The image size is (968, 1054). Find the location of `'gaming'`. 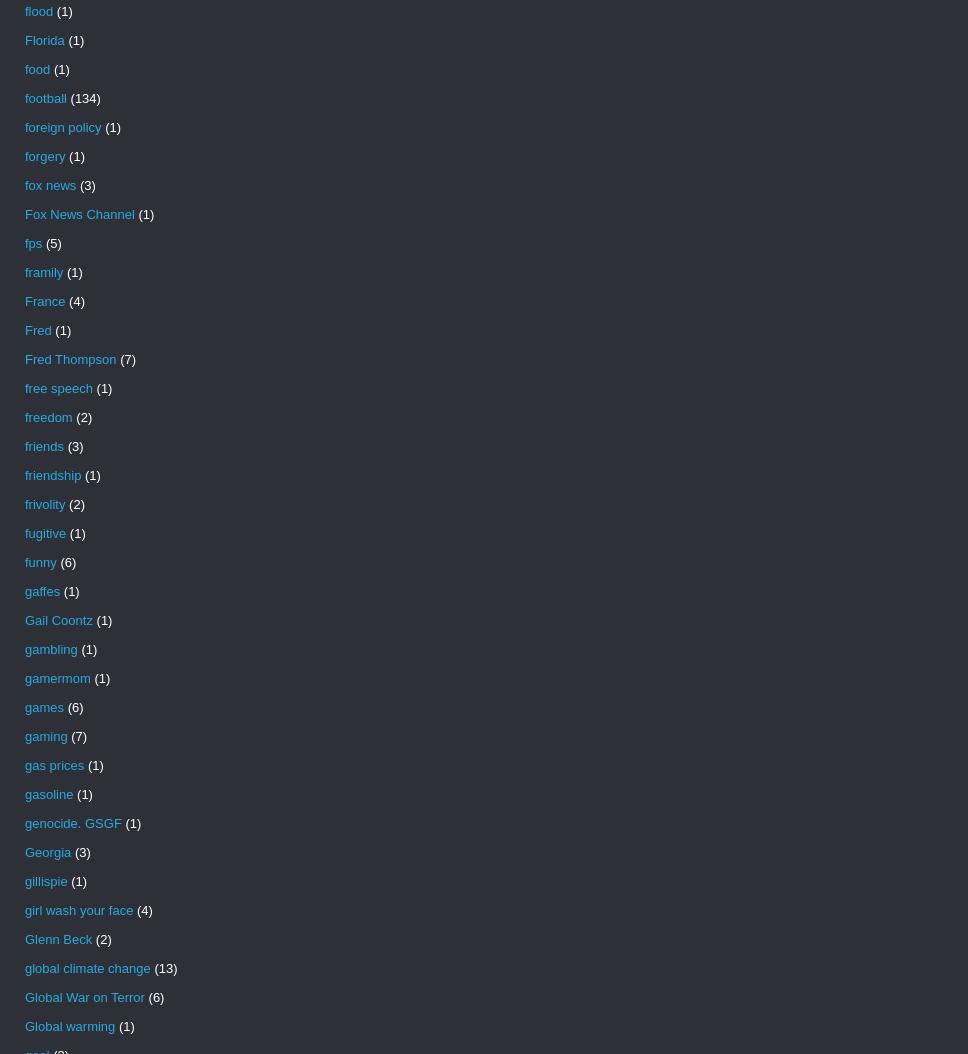

'gaming' is located at coordinates (44, 735).